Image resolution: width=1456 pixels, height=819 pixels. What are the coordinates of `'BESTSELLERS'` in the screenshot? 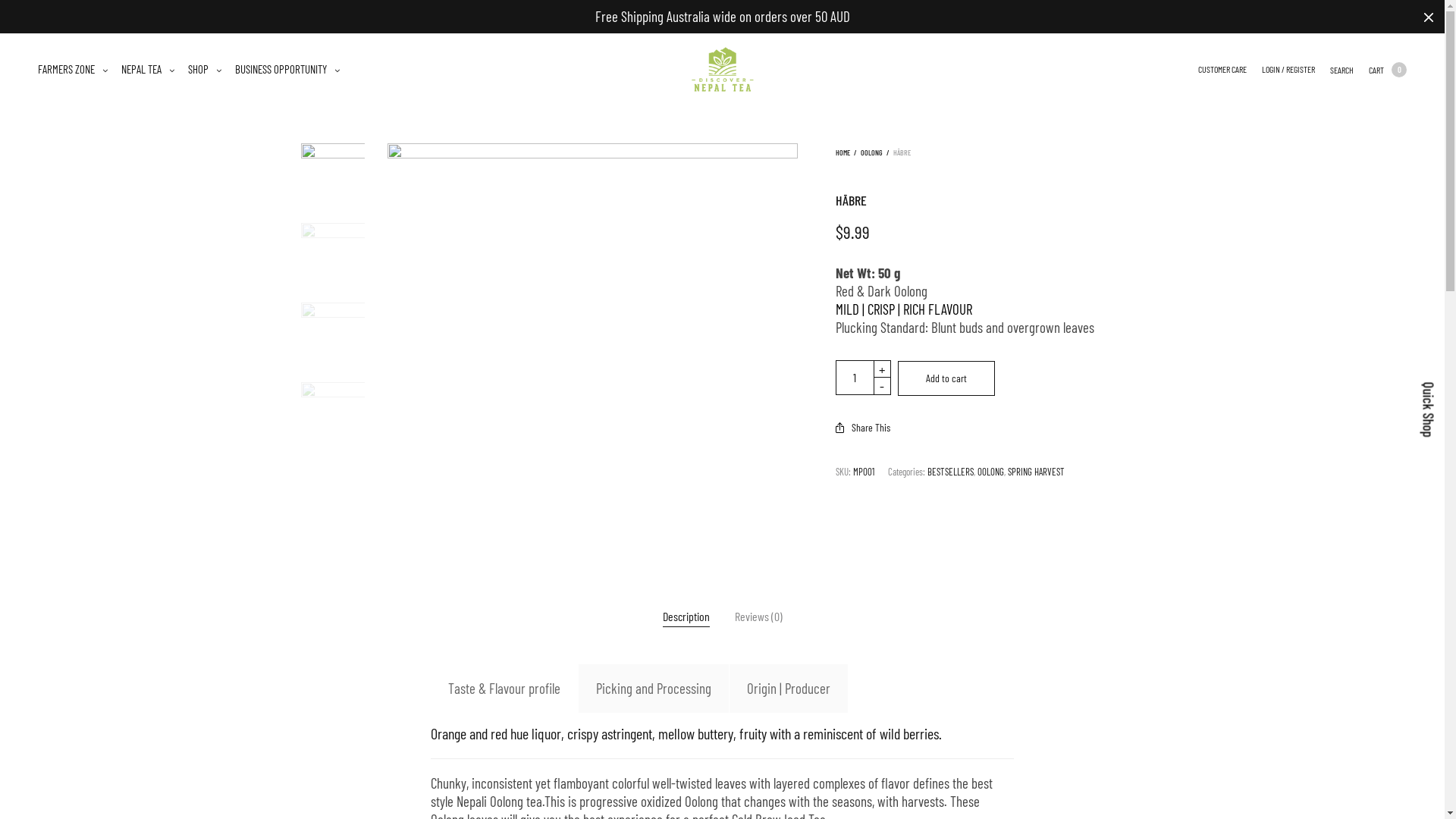 It's located at (949, 470).